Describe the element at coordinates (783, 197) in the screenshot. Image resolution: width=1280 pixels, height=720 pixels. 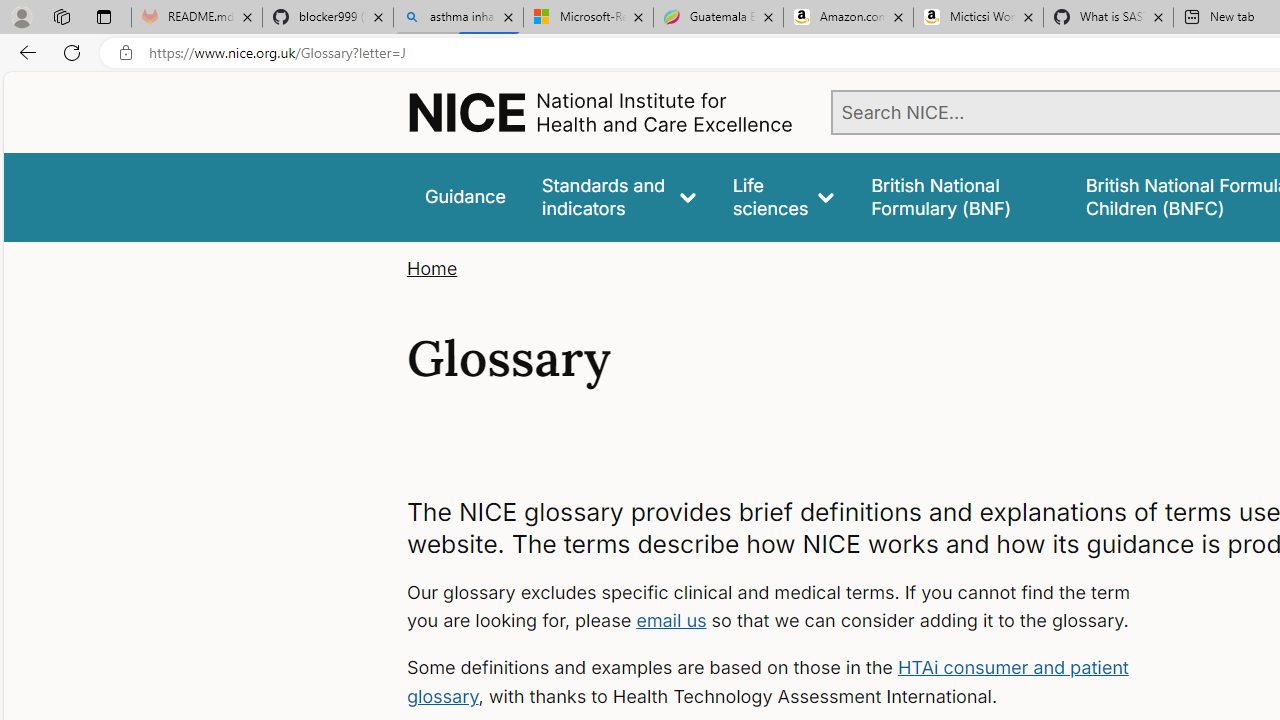
I see `'Life sciences'` at that location.